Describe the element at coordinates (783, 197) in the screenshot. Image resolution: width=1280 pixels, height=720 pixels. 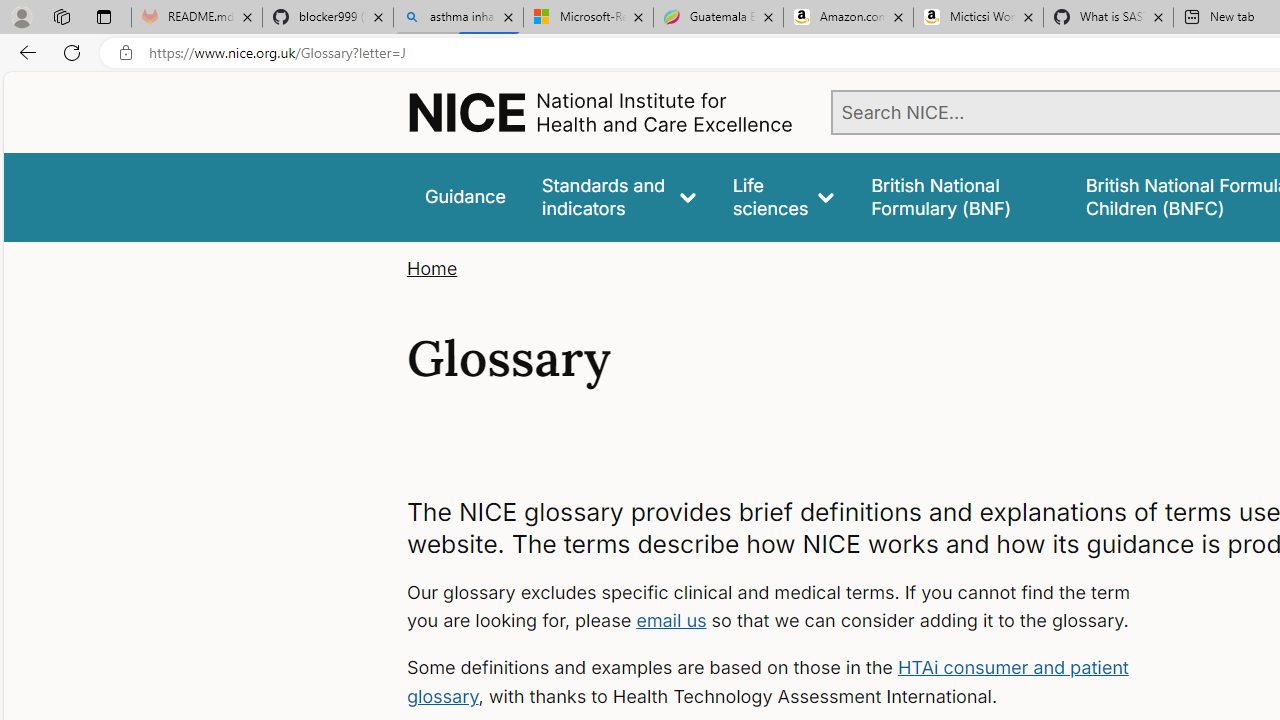
I see `'Life sciences'` at that location.